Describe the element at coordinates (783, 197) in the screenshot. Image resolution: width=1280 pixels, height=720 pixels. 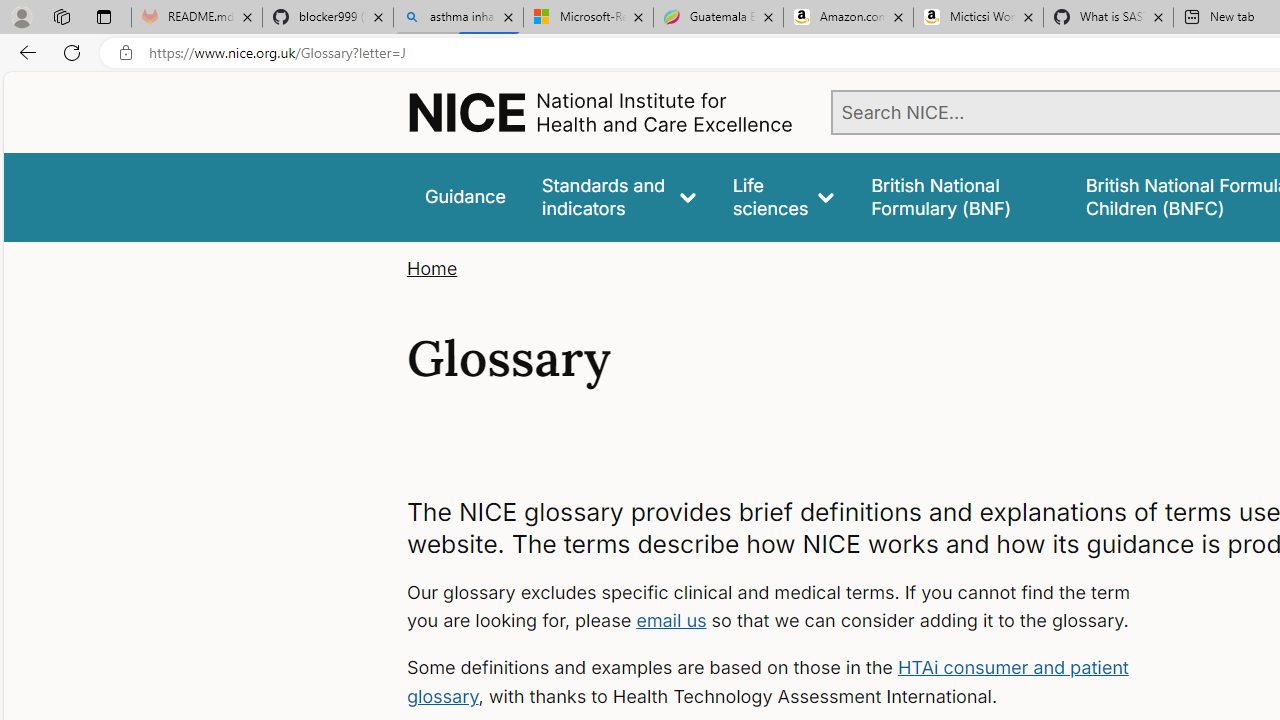
I see `'Life sciences'` at that location.